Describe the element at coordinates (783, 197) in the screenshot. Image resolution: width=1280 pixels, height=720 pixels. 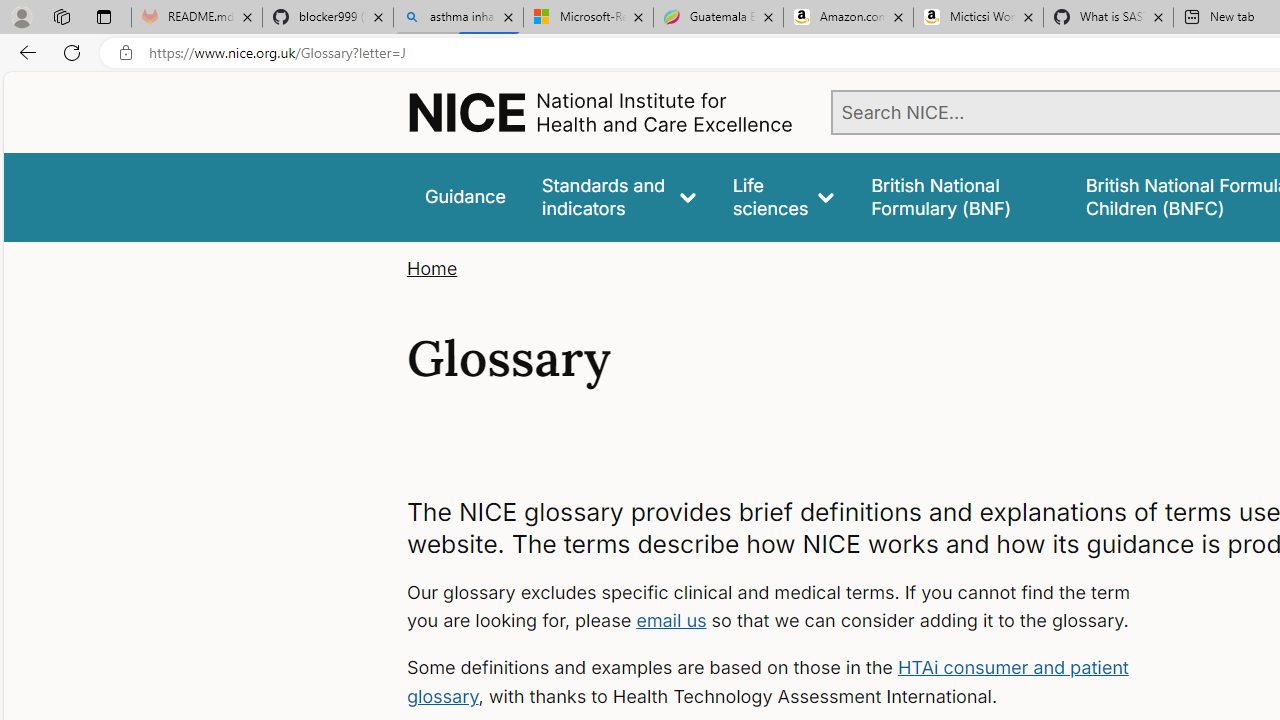
I see `'Life sciences'` at that location.